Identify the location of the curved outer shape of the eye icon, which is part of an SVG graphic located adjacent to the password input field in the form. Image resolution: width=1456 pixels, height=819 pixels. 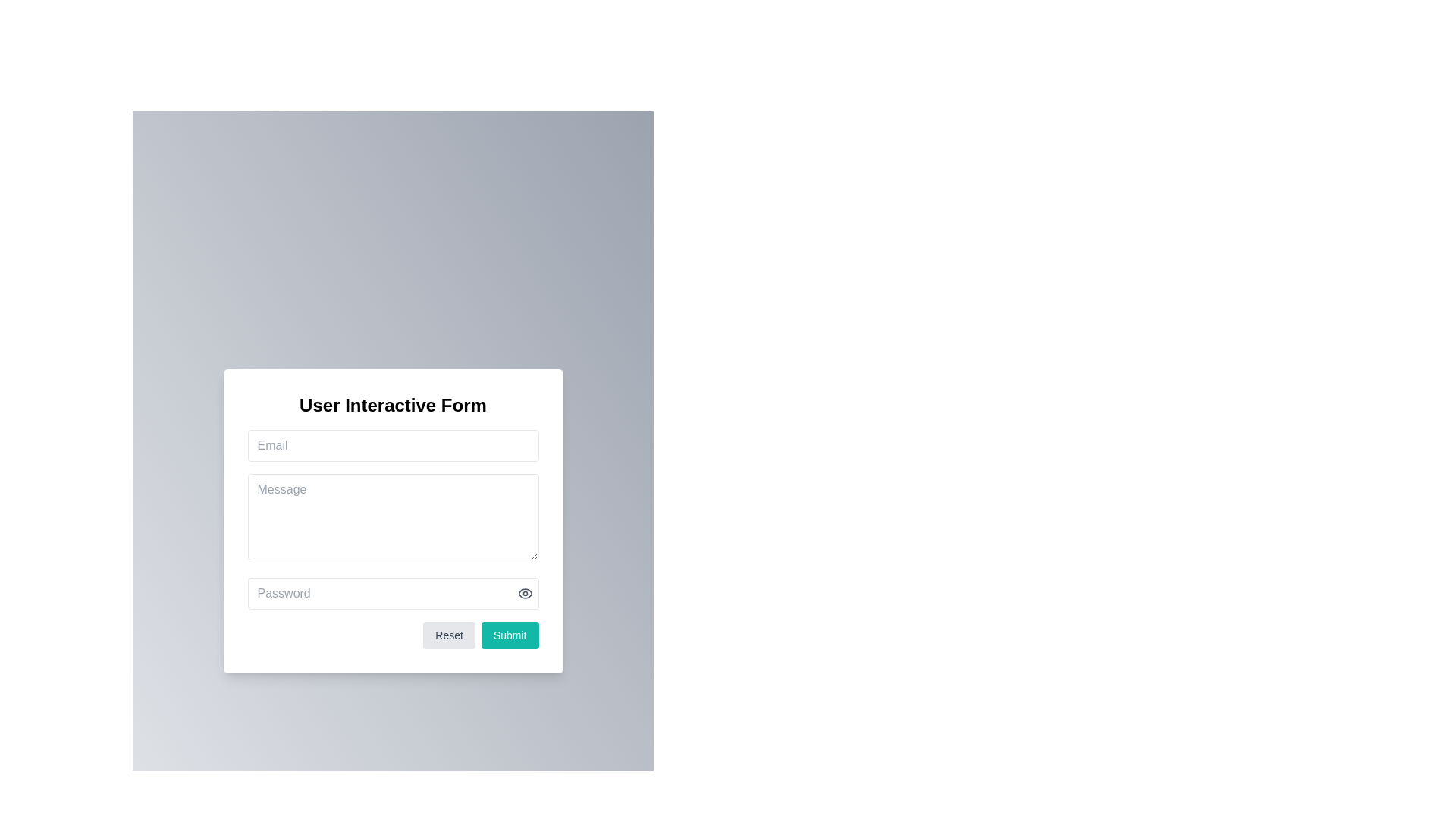
(525, 592).